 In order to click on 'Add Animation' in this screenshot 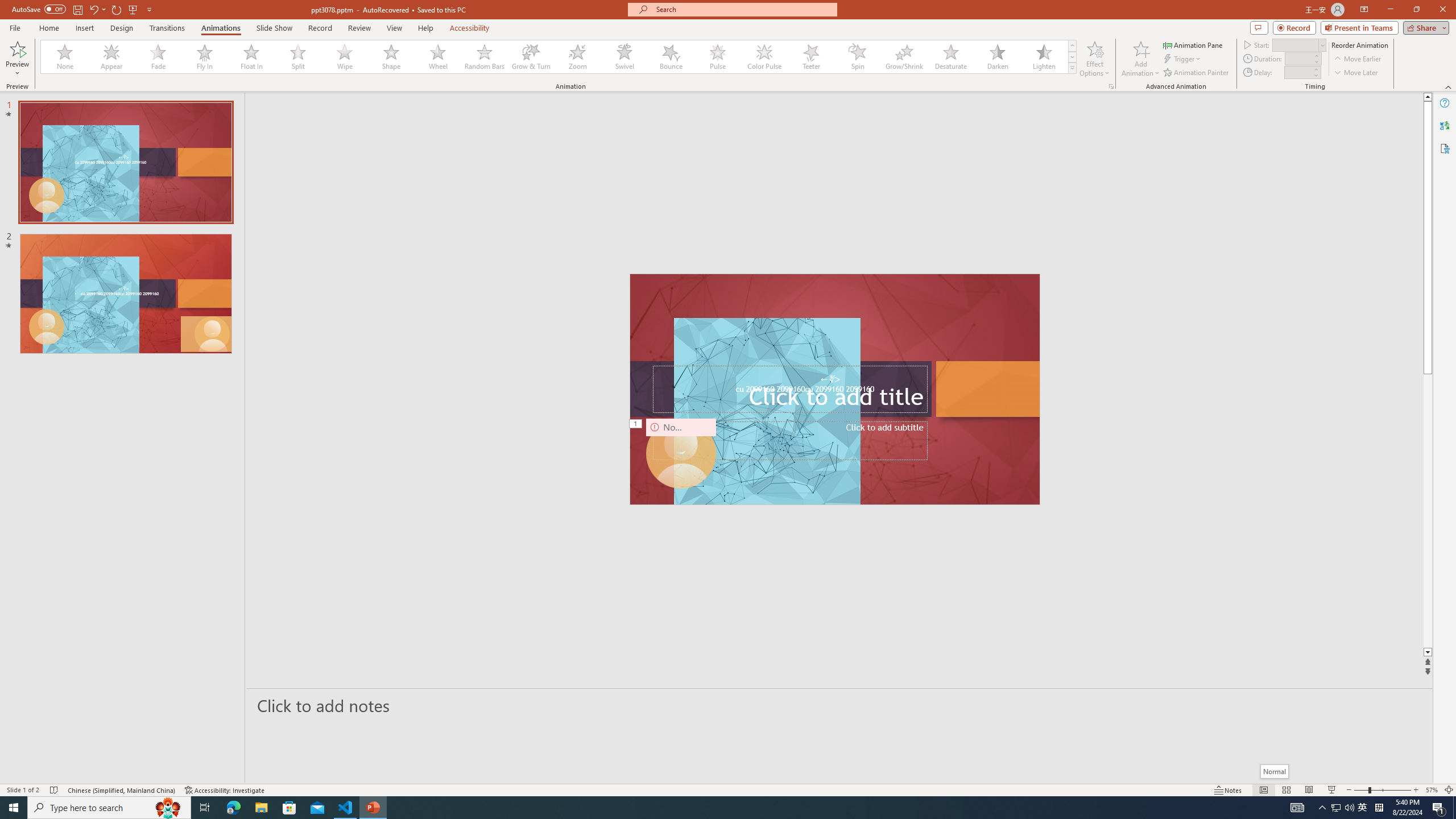, I will do `click(1141, 59)`.